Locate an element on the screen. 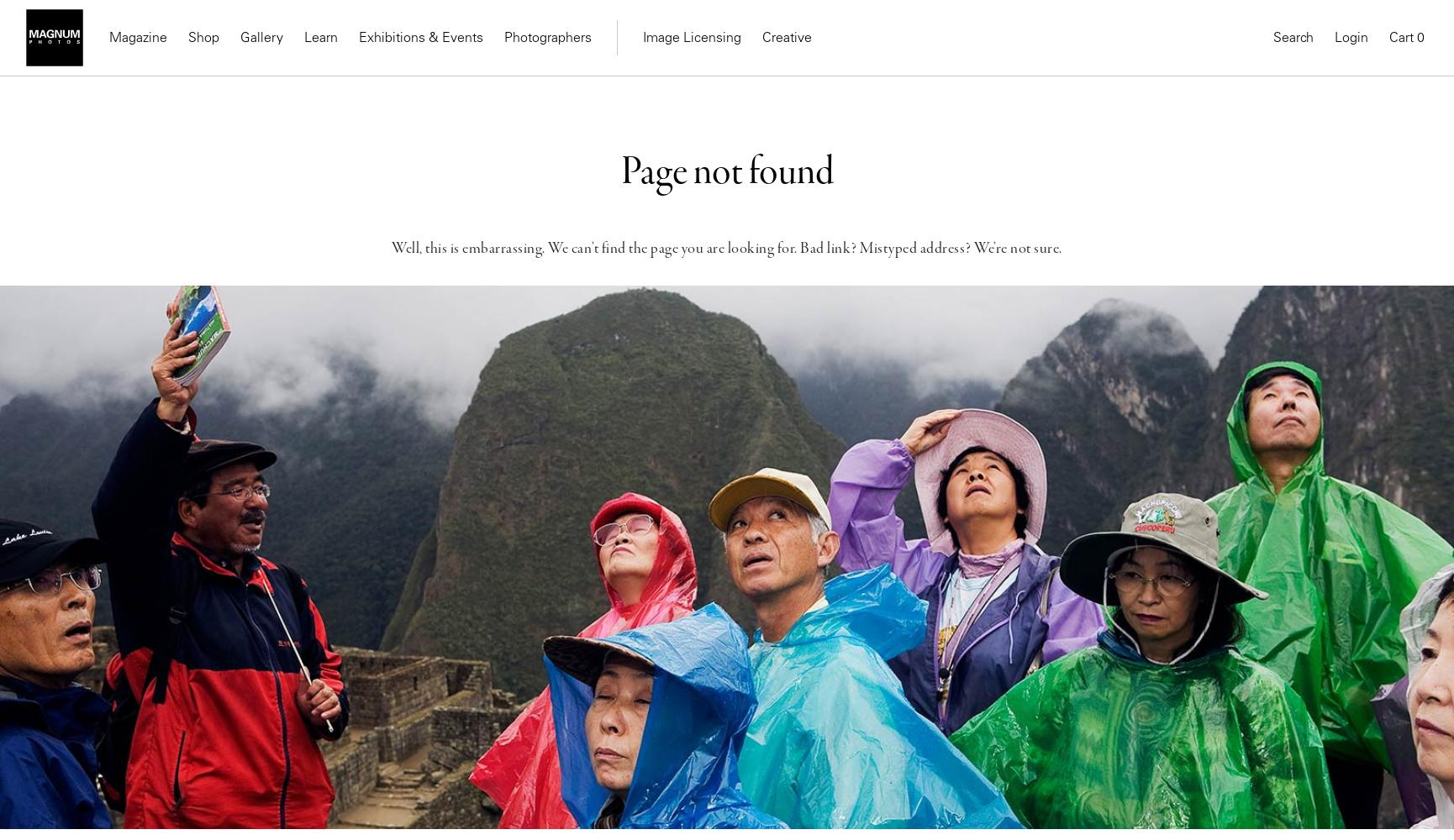 This screenshot has width=1454, height=840. 'The Art of Street Photography' is located at coordinates (452, 100).